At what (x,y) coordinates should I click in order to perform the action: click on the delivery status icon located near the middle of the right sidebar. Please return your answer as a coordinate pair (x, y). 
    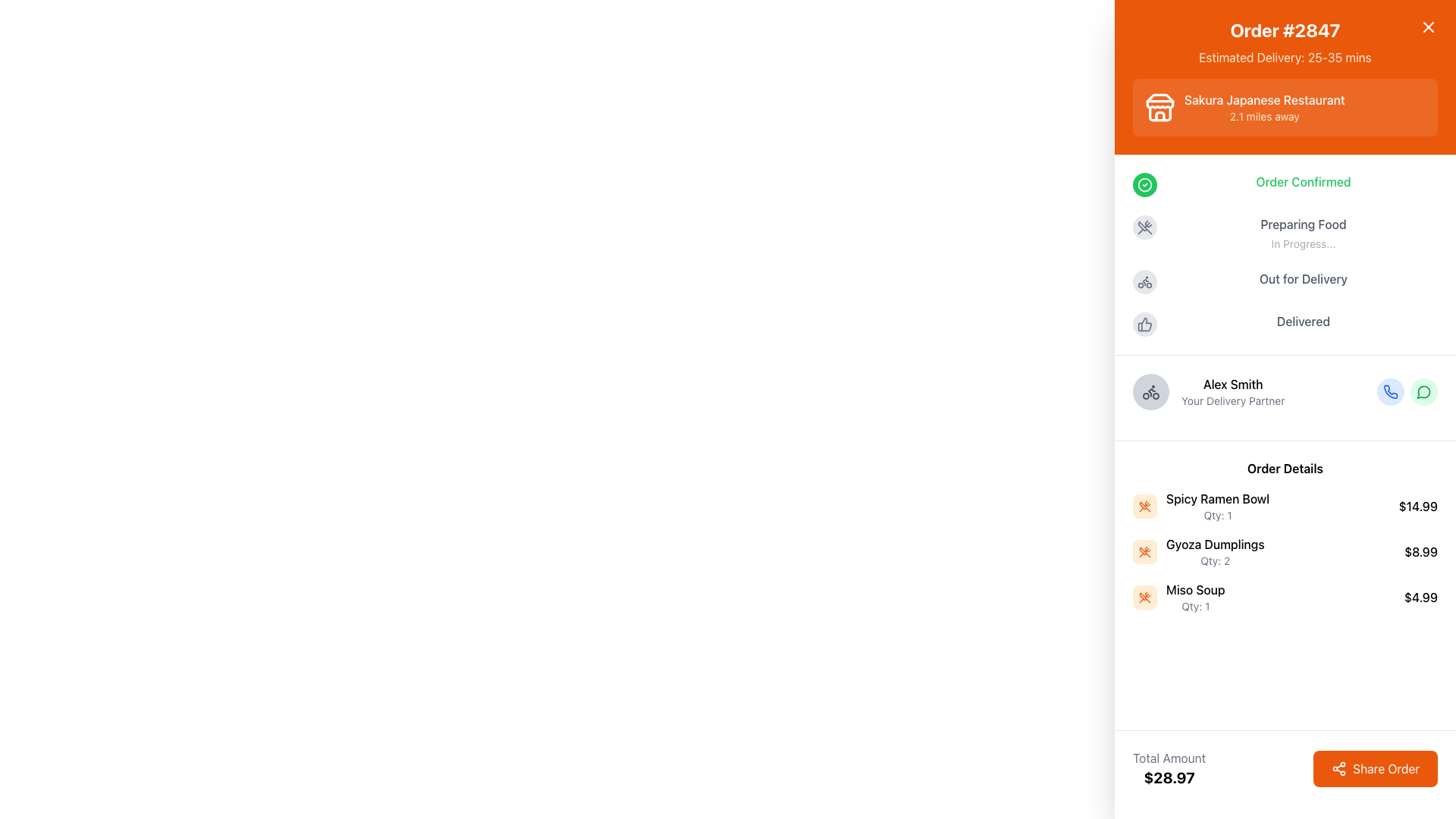
    Looking at the image, I should click on (1145, 227).